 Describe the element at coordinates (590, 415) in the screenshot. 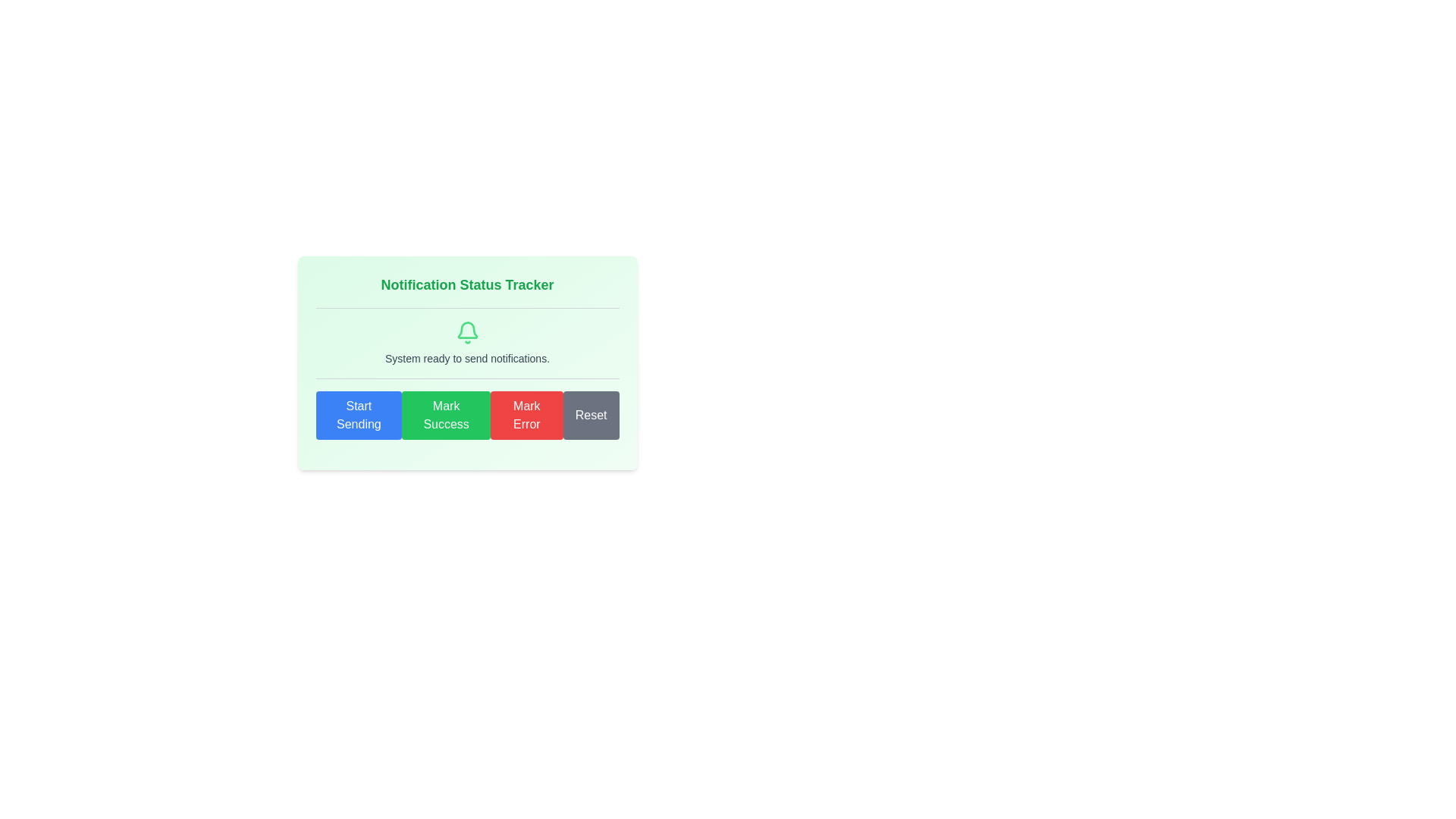

I see `the 'Reset' button, which is the fourth button in a series of four horizontally aligned buttons` at that location.